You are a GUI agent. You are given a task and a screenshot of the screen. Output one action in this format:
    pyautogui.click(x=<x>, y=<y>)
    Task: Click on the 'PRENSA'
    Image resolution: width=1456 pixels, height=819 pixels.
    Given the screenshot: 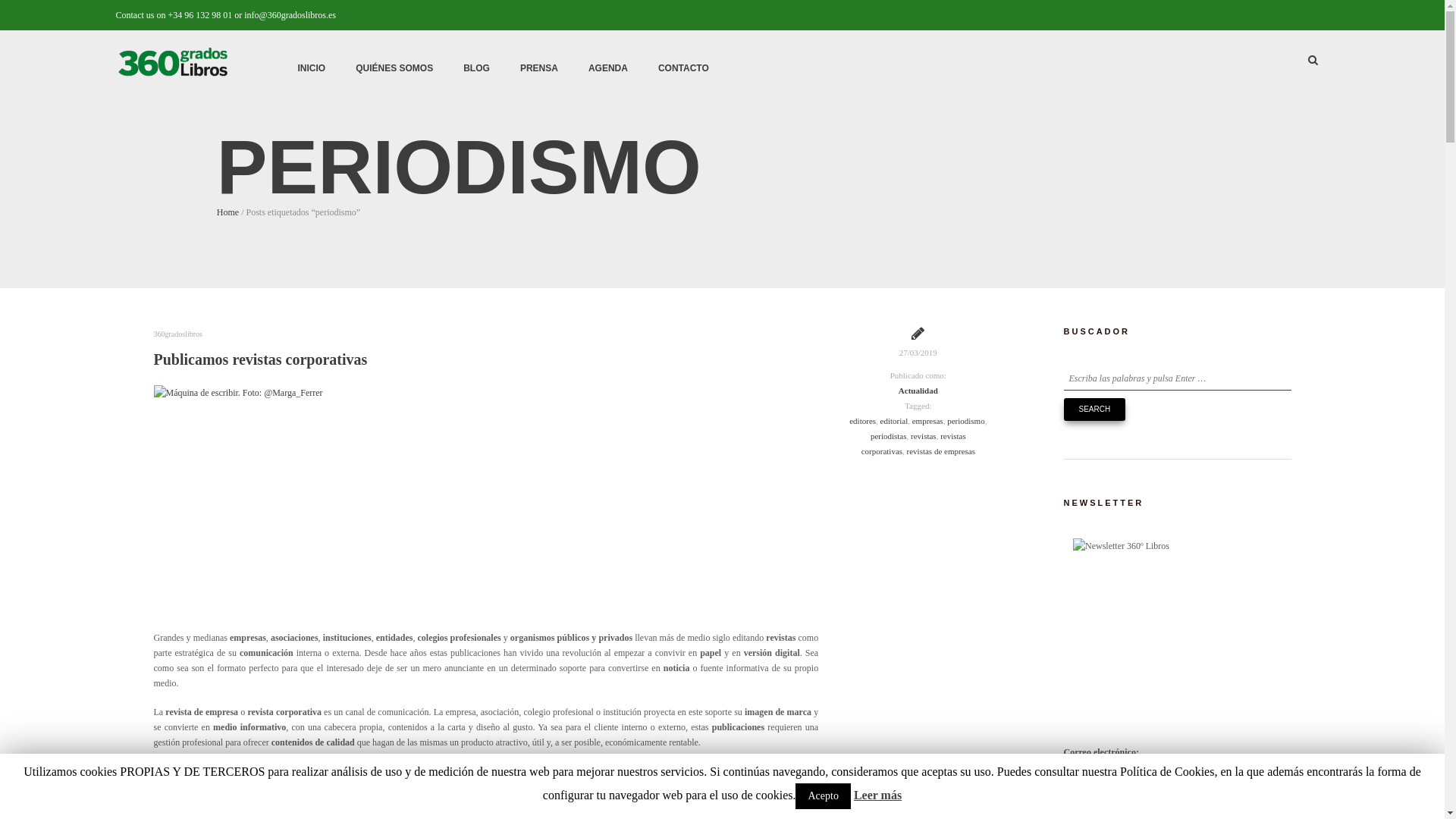 What is the action you would take?
    pyautogui.click(x=505, y=67)
    